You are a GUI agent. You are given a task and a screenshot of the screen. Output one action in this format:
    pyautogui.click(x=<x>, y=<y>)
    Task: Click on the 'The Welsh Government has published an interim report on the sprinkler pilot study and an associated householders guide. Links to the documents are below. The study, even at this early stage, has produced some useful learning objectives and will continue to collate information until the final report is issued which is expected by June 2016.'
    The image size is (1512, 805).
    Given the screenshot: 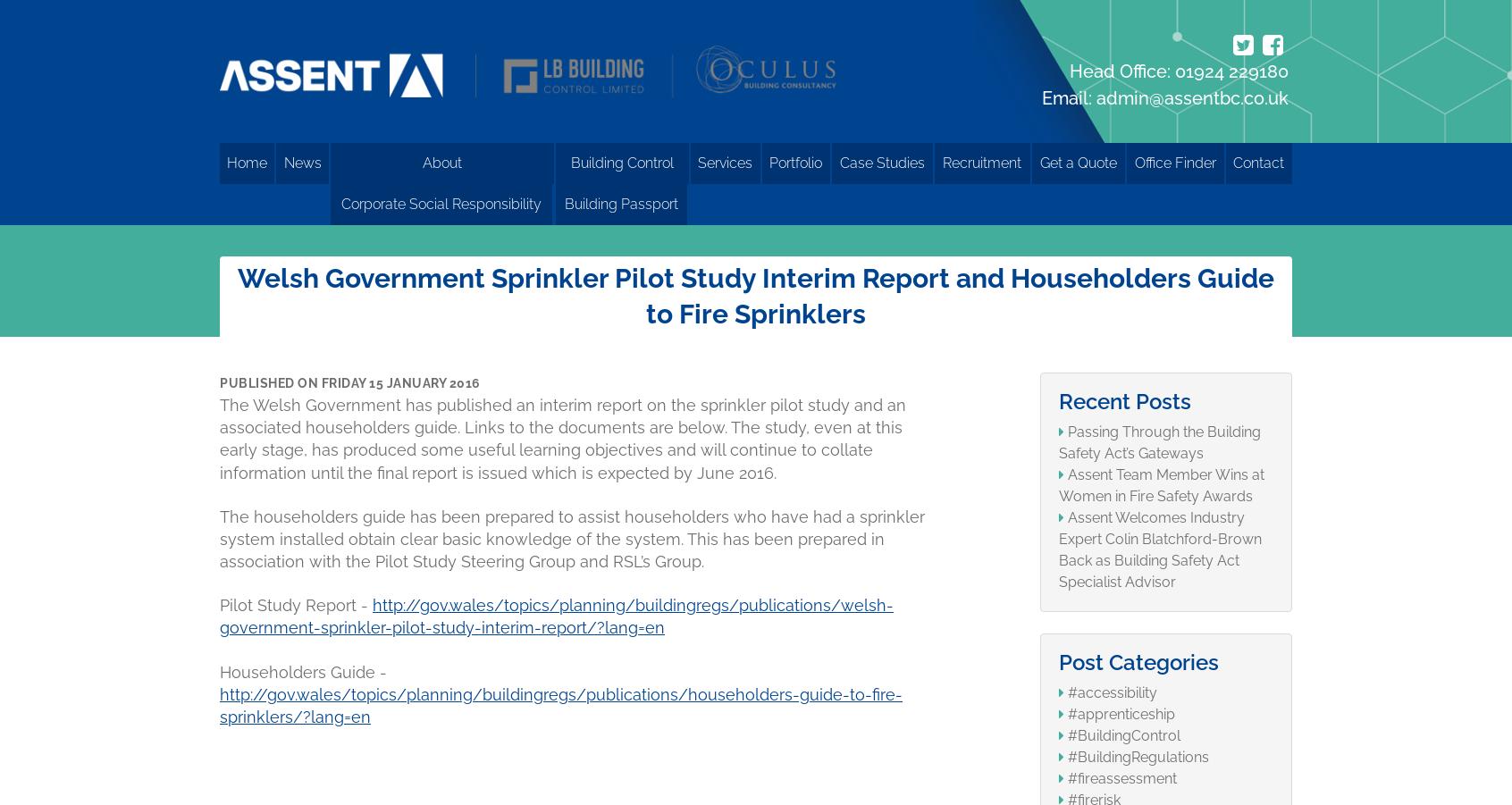 What is the action you would take?
    pyautogui.click(x=561, y=438)
    